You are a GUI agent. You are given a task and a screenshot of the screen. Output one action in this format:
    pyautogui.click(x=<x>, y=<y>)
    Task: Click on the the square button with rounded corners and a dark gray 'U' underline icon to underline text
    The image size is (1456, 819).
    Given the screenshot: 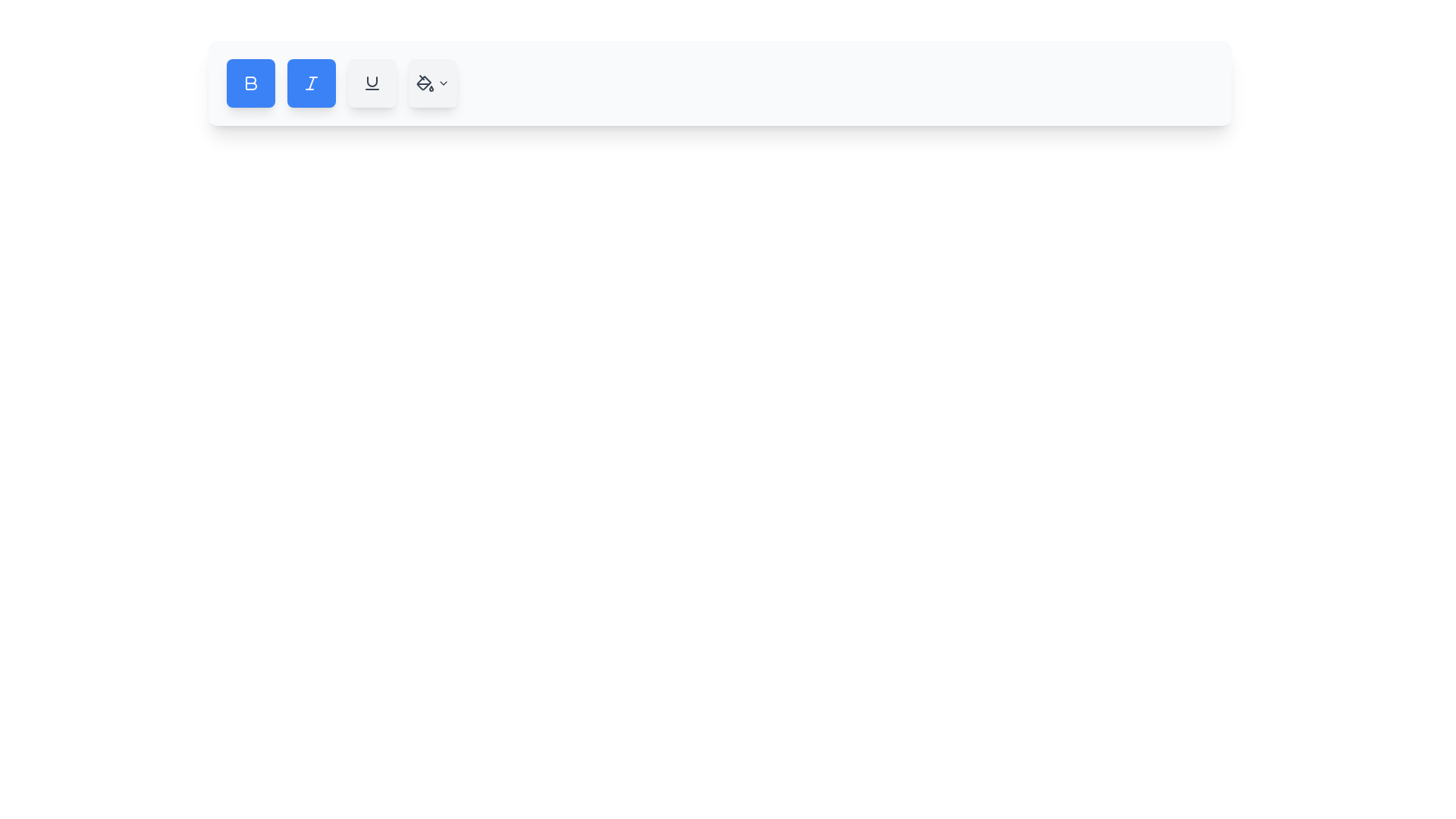 What is the action you would take?
    pyautogui.click(x=372, y=83)
    